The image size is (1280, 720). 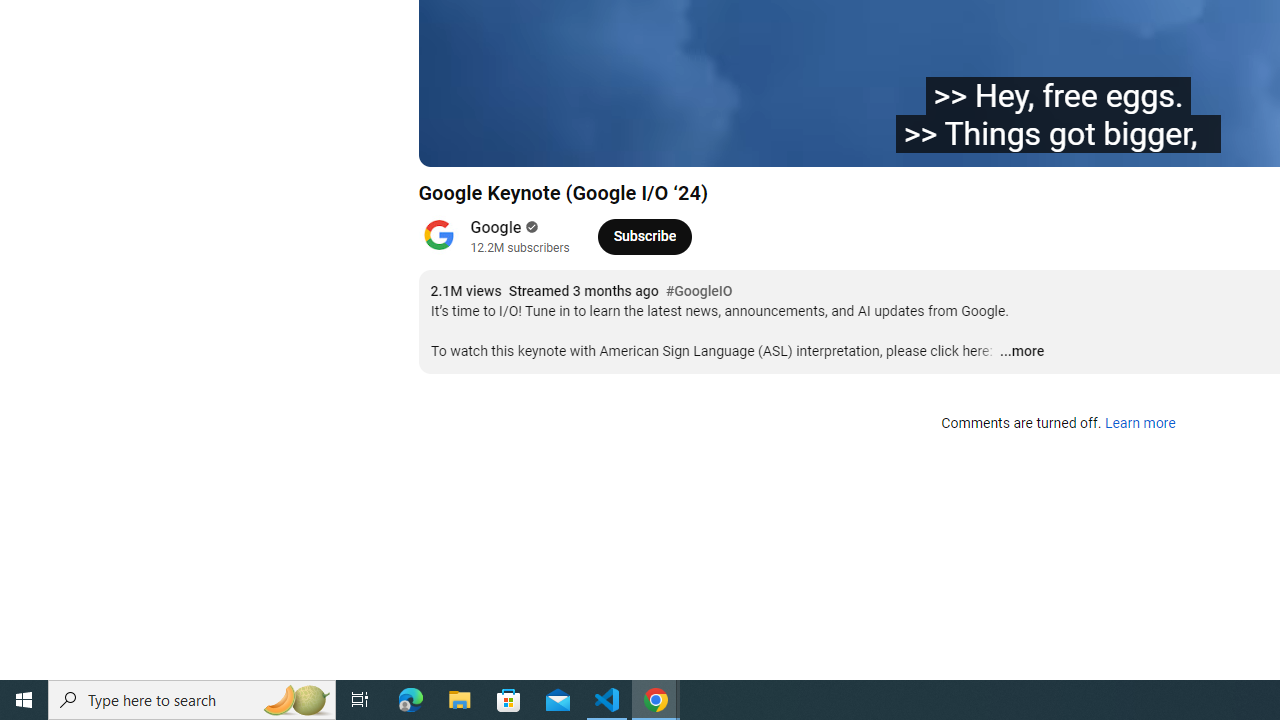 I want to click on 'Verified', so click(x=530, y=226).